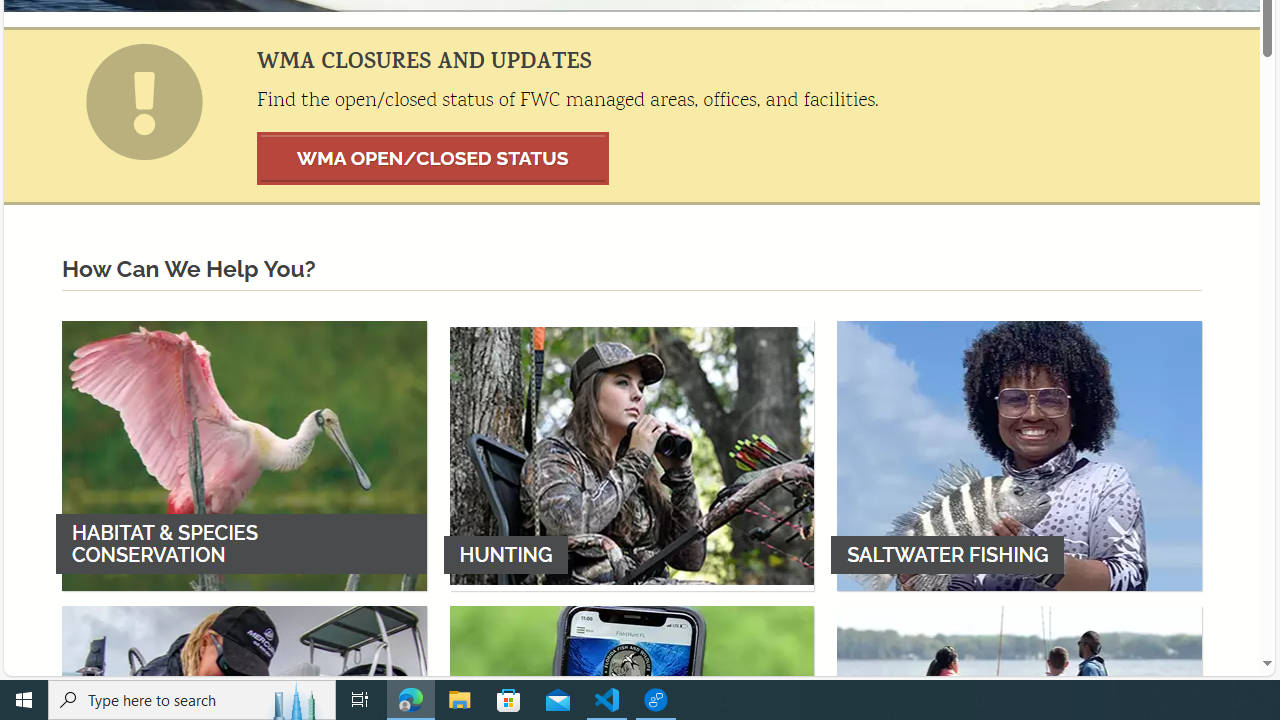 The height and width of the screenshot is (720, 1280). What do you see at coordinates (631, 455) in the screenshot?
I see `'HUNTING'` at bounding box center [631, 455].